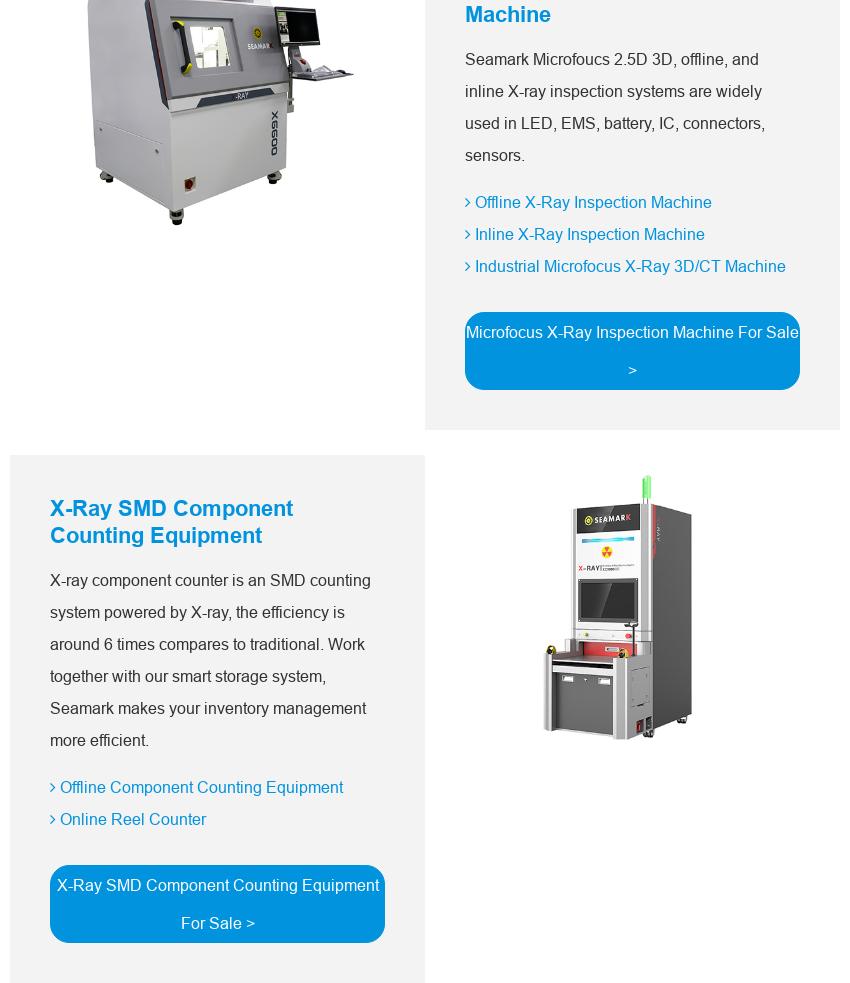  I want to click on 'Offline Component Counting Equipment', so click(198, 785).